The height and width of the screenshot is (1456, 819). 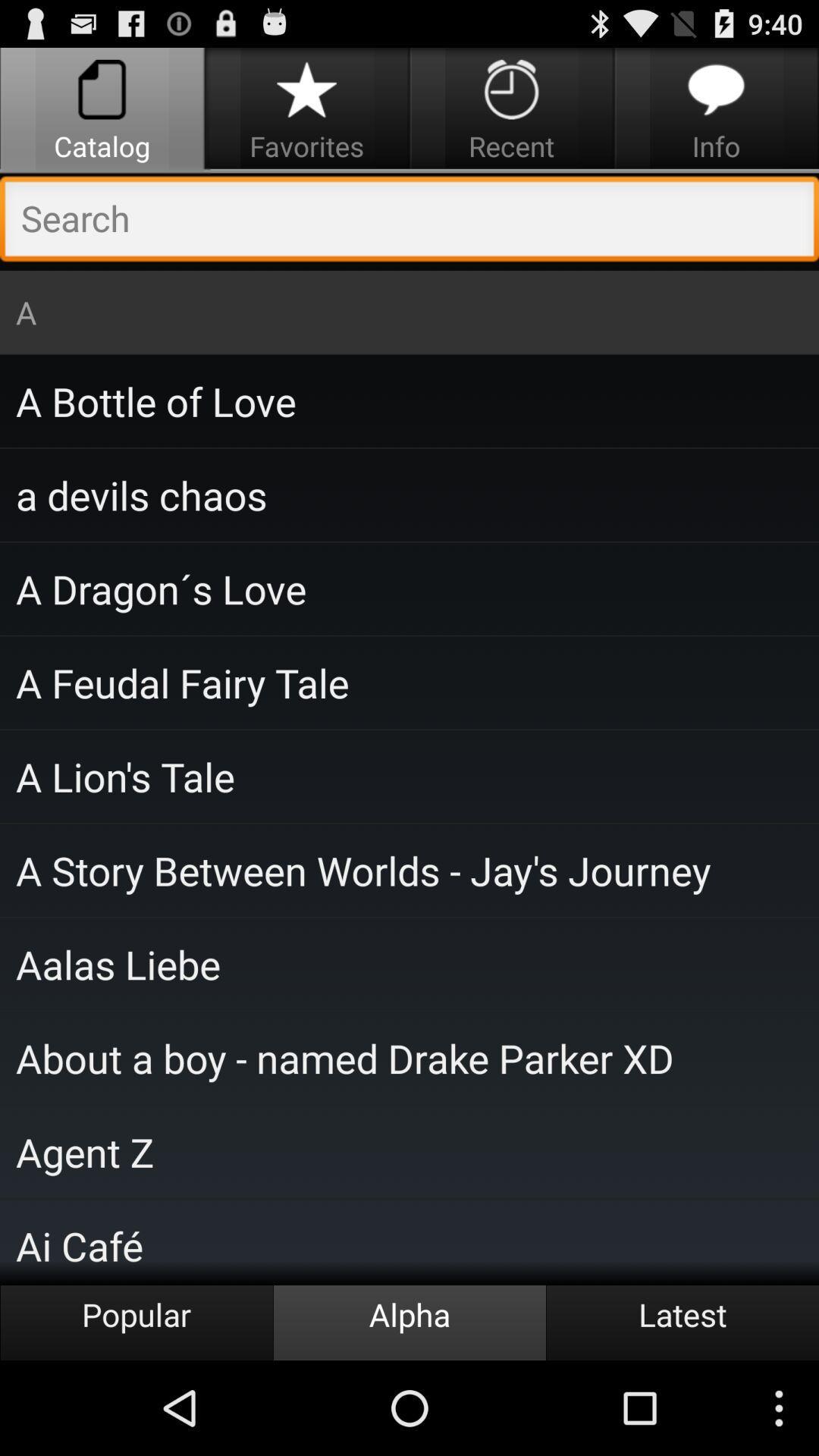 I want to click on agent z icon, so click(x=409, y=1152).